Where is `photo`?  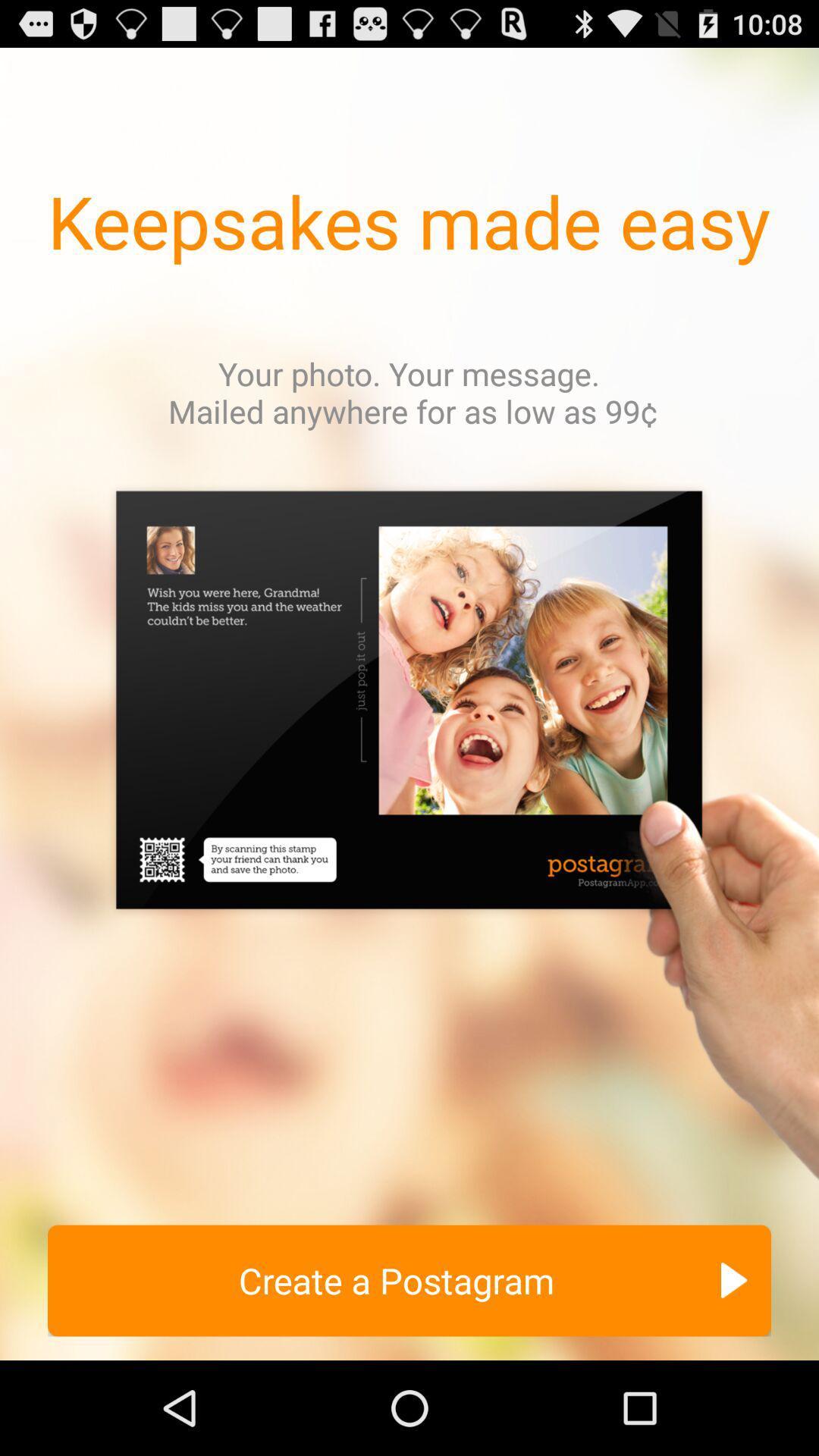 photo is located at coordinates (409, 839).